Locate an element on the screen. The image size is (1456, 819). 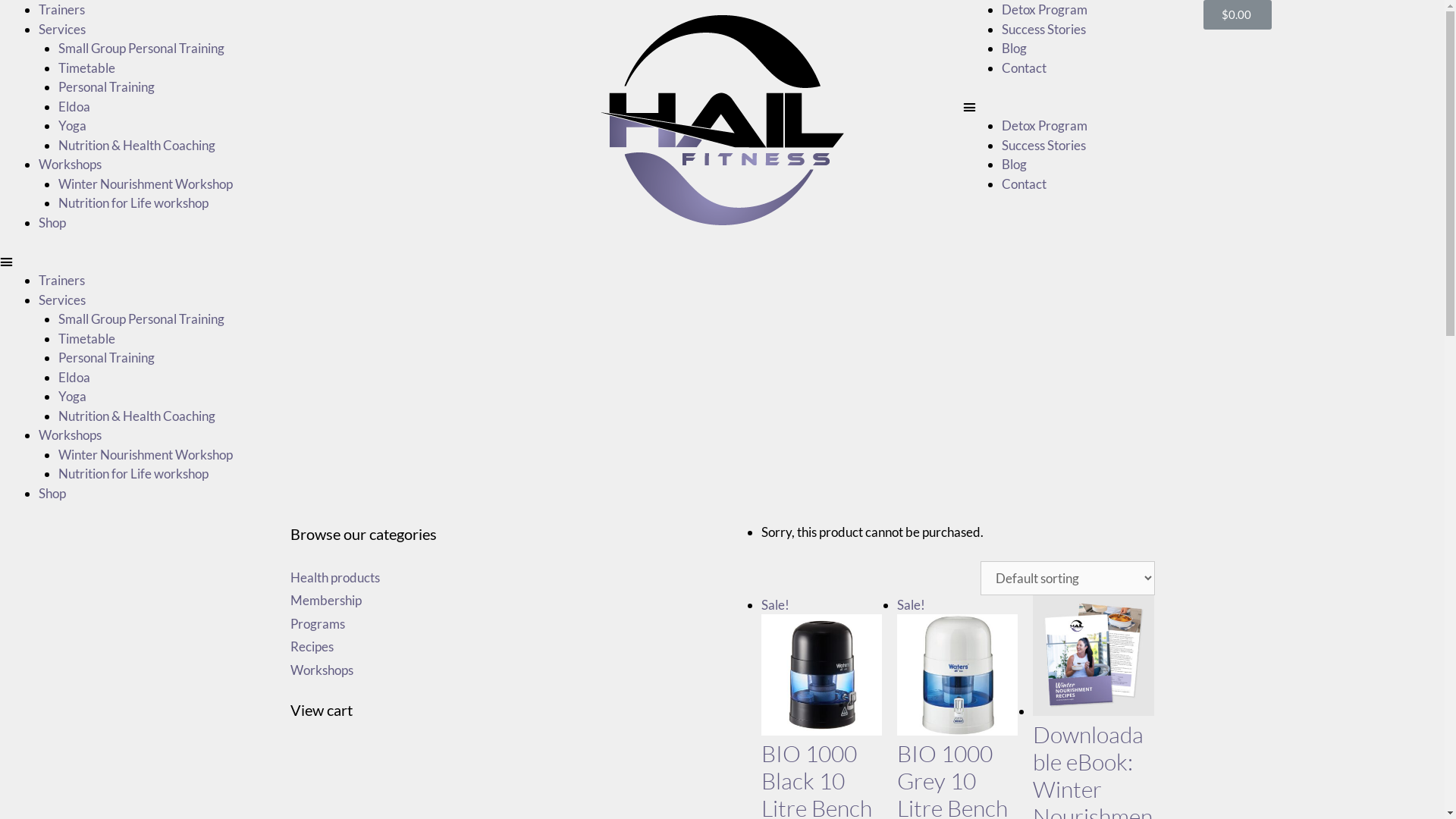
'Services' is located at coordinates (61, 299).